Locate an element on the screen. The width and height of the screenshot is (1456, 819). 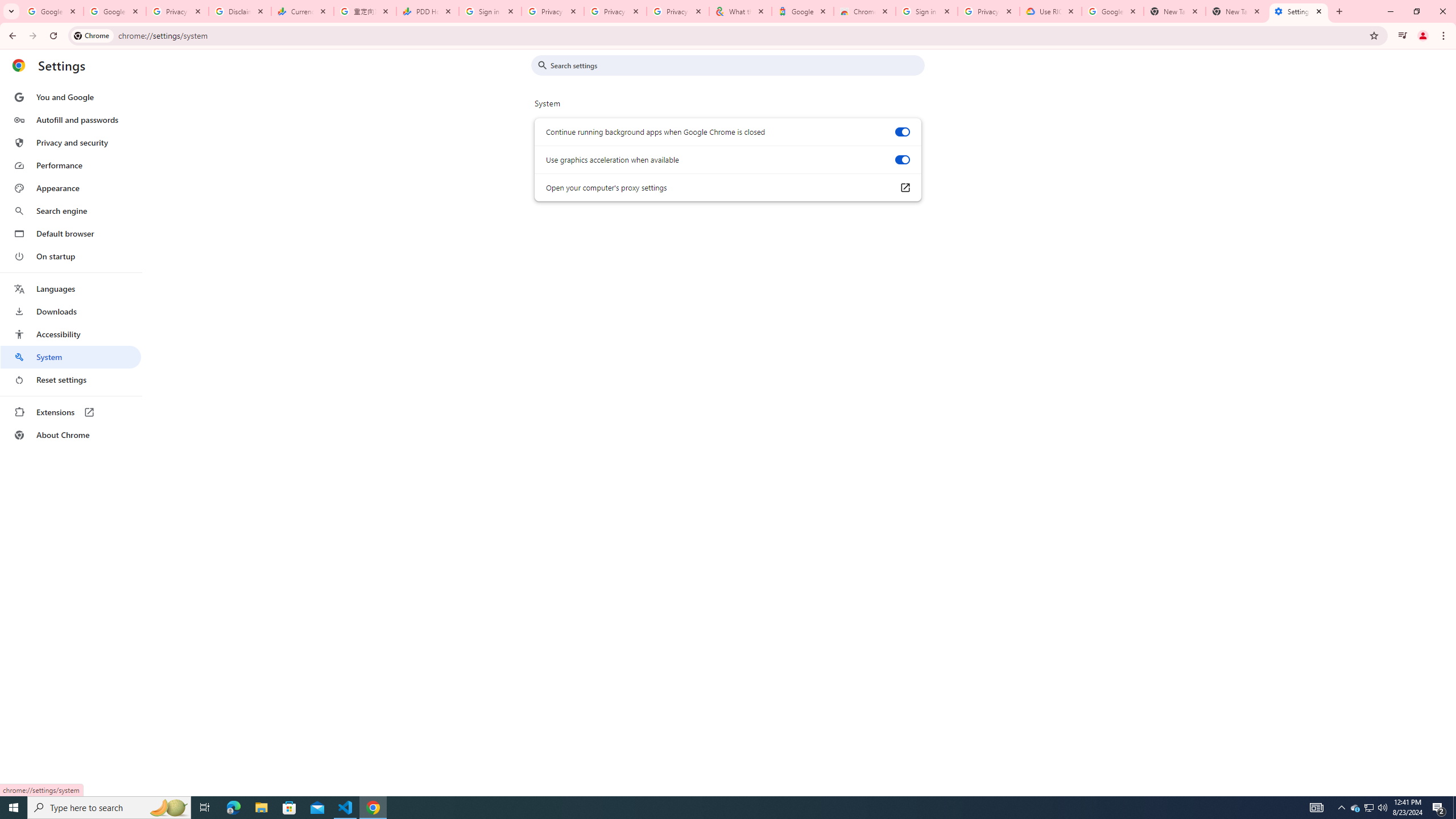
'Open your computer' is located at coordinates (904, 187).